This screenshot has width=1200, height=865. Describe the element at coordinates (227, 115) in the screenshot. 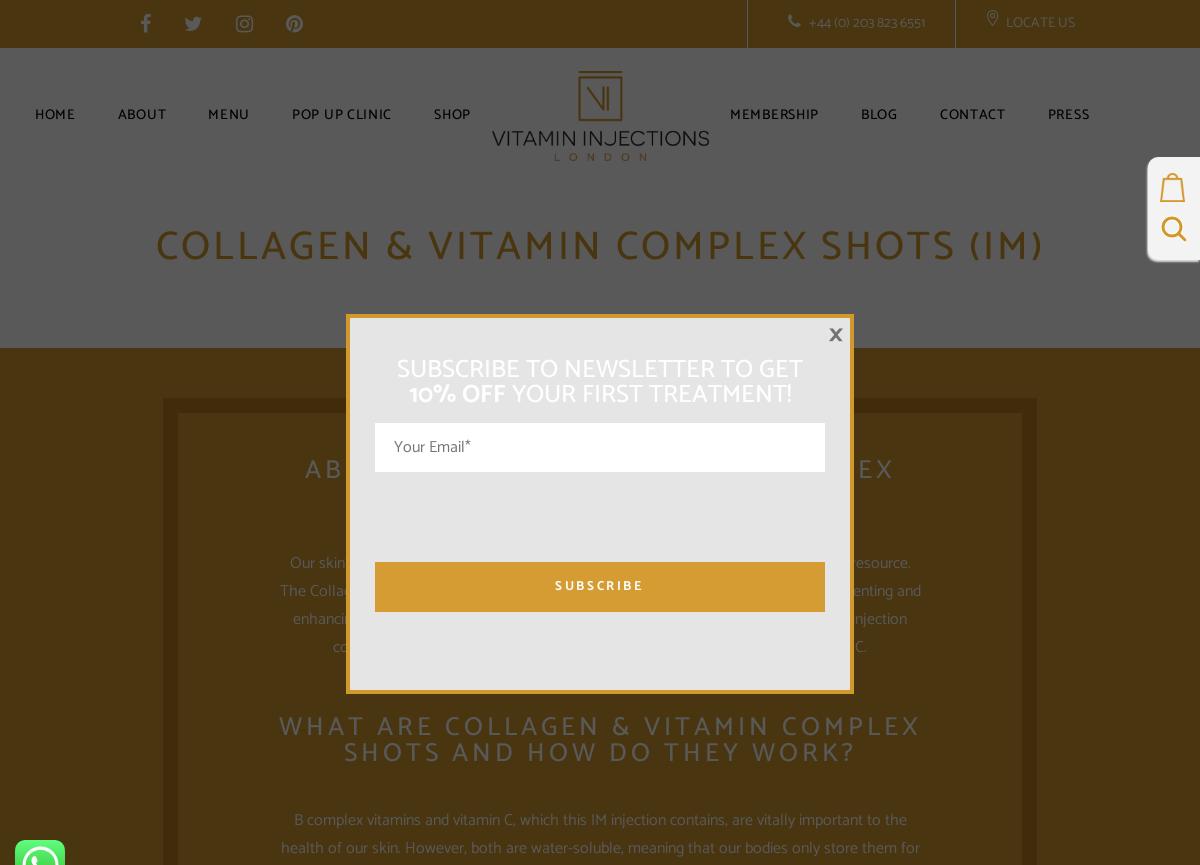

I see `'Menu'` at that location.